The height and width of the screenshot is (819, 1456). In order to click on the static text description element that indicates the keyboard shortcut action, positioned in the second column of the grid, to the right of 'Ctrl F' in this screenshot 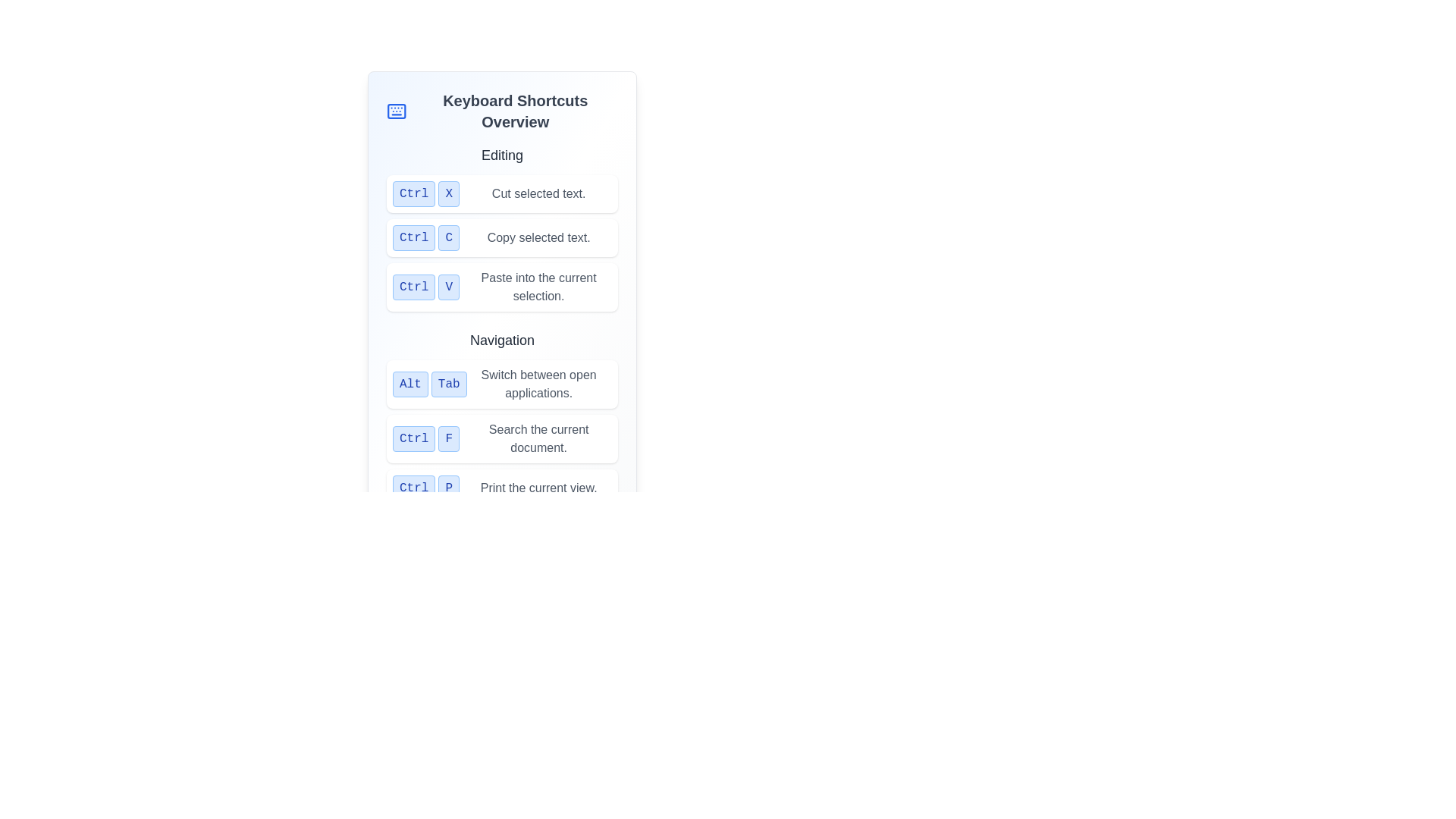, I will do `click(538, 438)`.